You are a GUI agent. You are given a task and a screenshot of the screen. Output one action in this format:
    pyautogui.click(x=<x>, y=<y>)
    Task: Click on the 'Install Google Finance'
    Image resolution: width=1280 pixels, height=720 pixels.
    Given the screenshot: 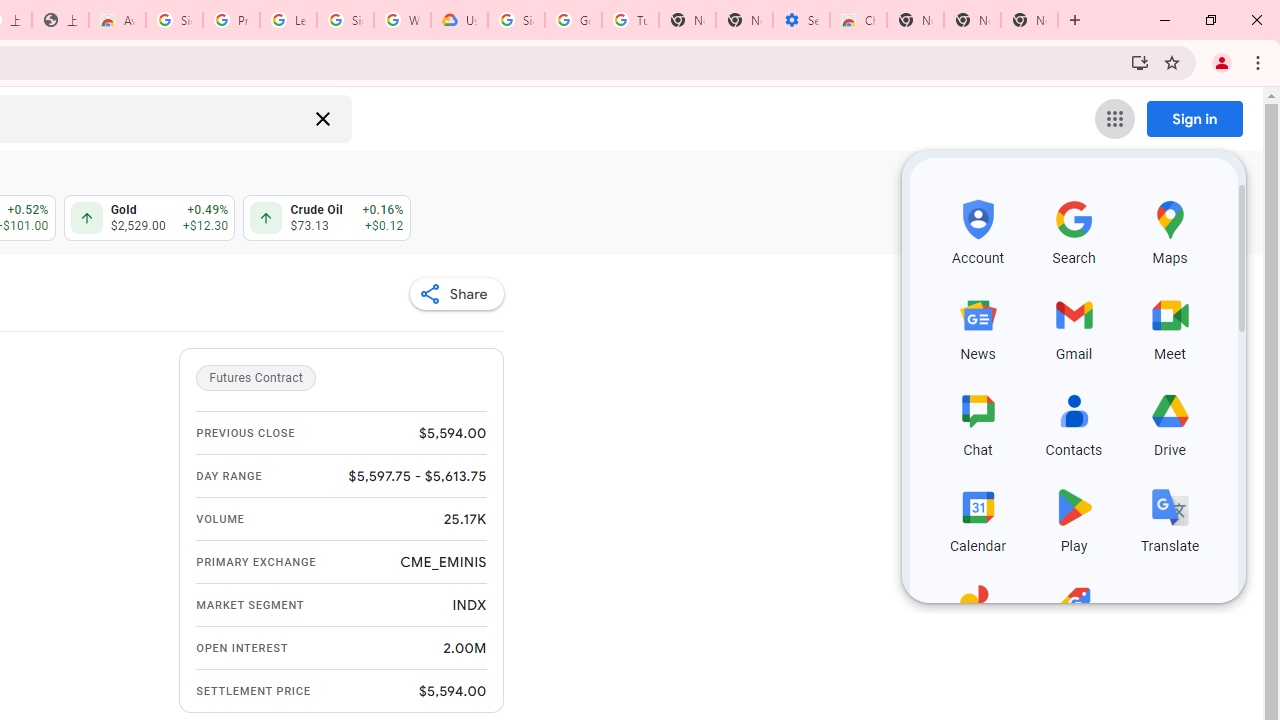 What is the action you would take?
    pyautogui.click(x=1139, y=61)
    